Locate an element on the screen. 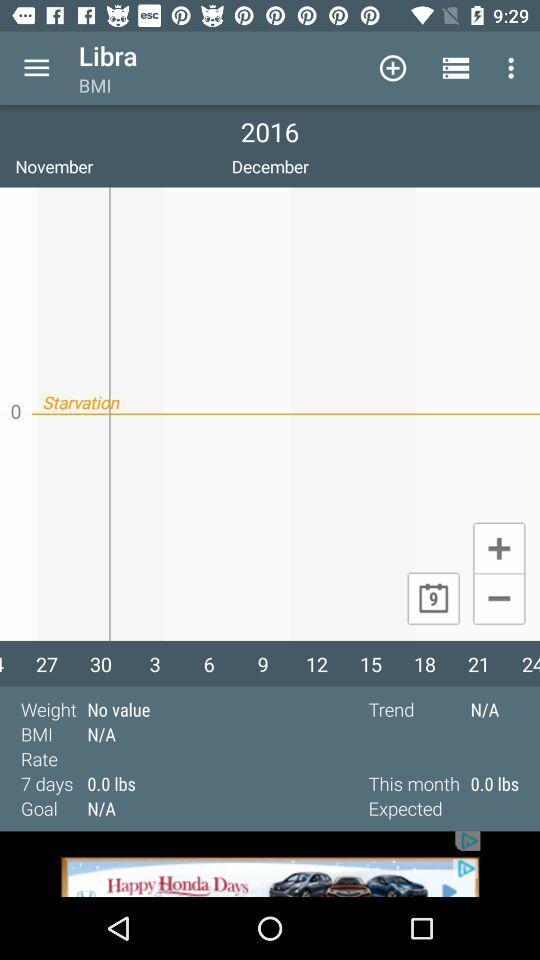 The image size is (540, 960). menu icon is located at coordinates (36, 68).